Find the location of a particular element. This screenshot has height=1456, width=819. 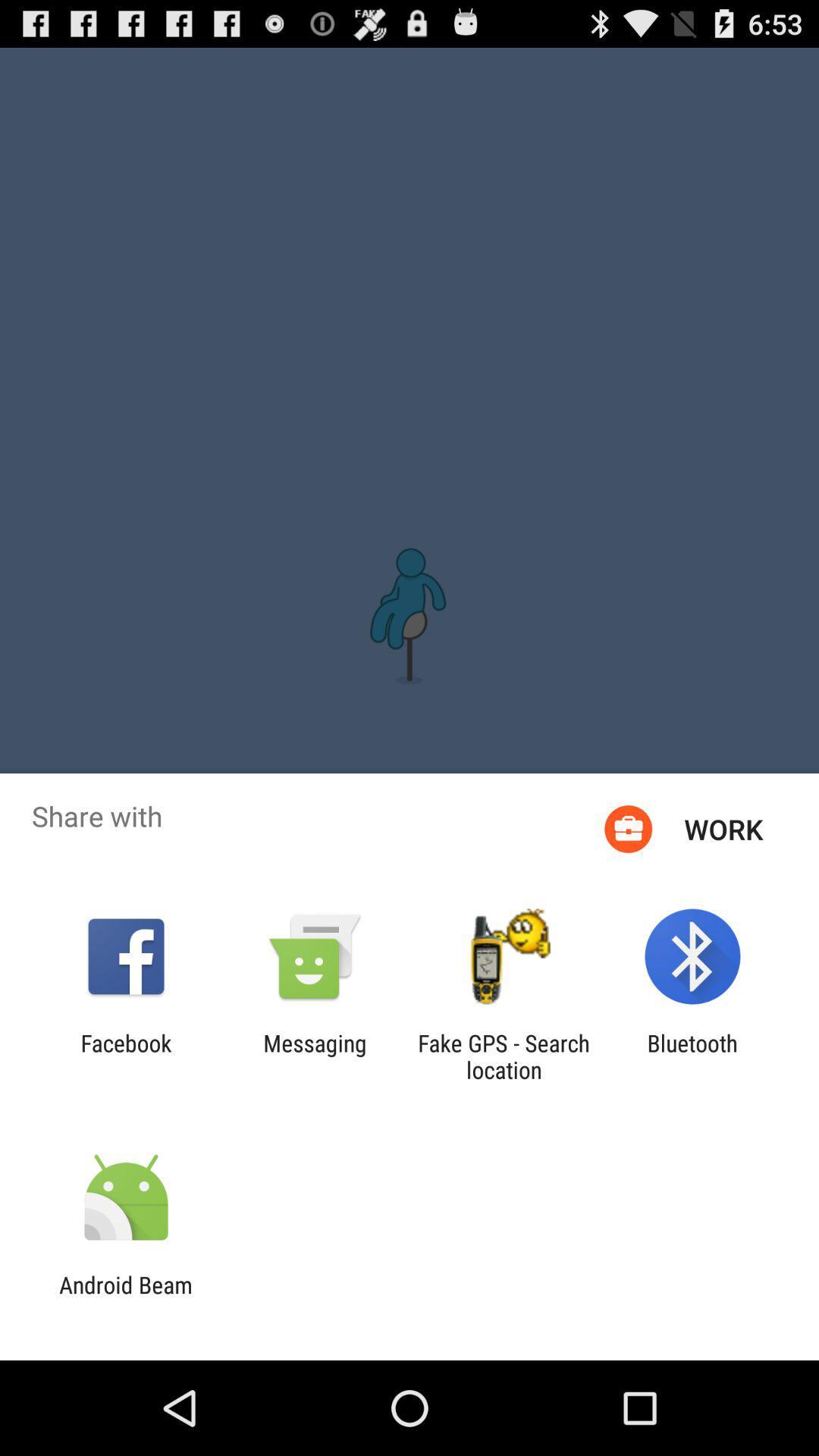

the facebook item is located at coordinates (125, 1056).